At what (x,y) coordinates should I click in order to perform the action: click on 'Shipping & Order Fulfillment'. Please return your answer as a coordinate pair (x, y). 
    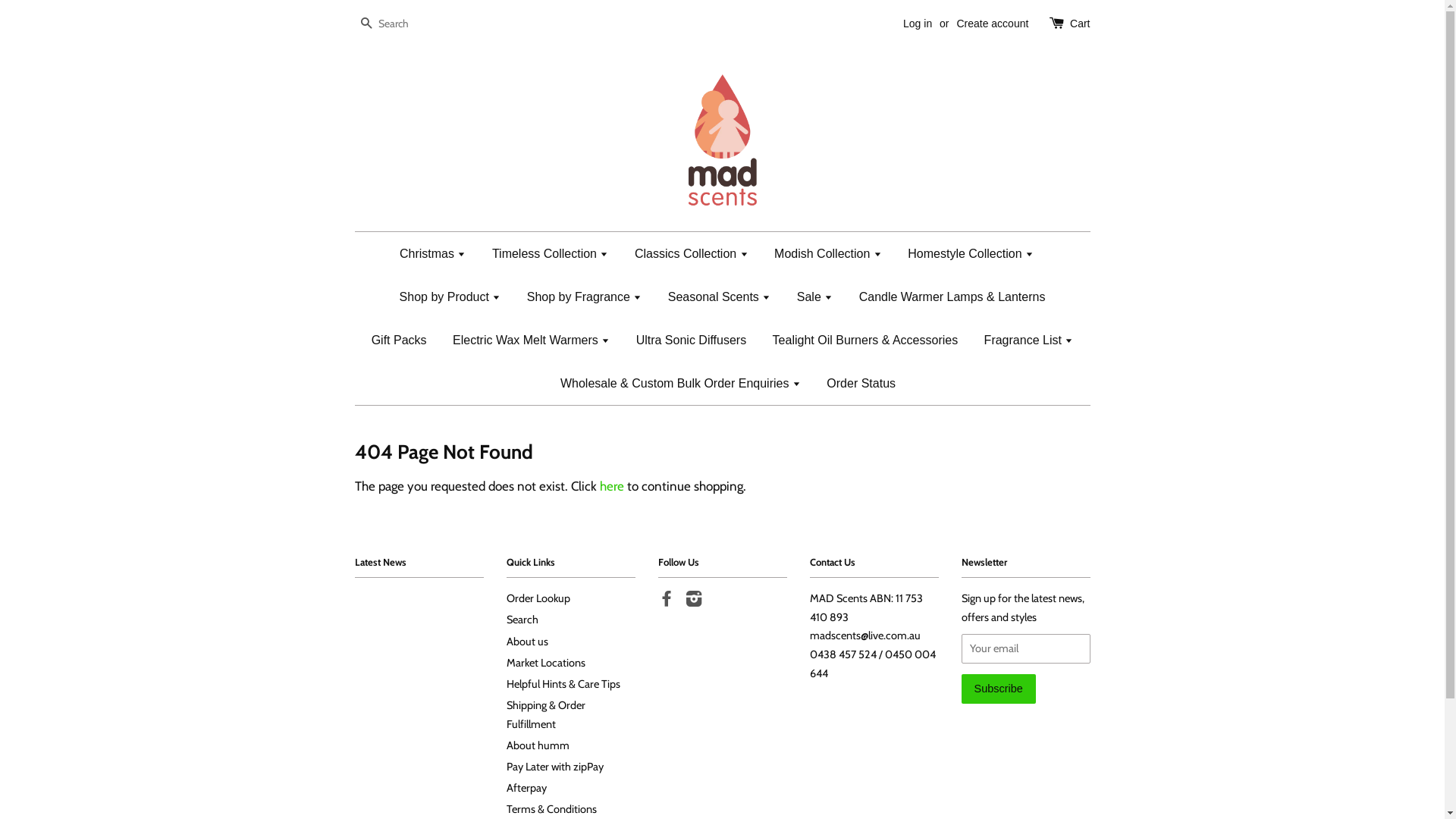
    Looking at the image, I should click on (546, 714).